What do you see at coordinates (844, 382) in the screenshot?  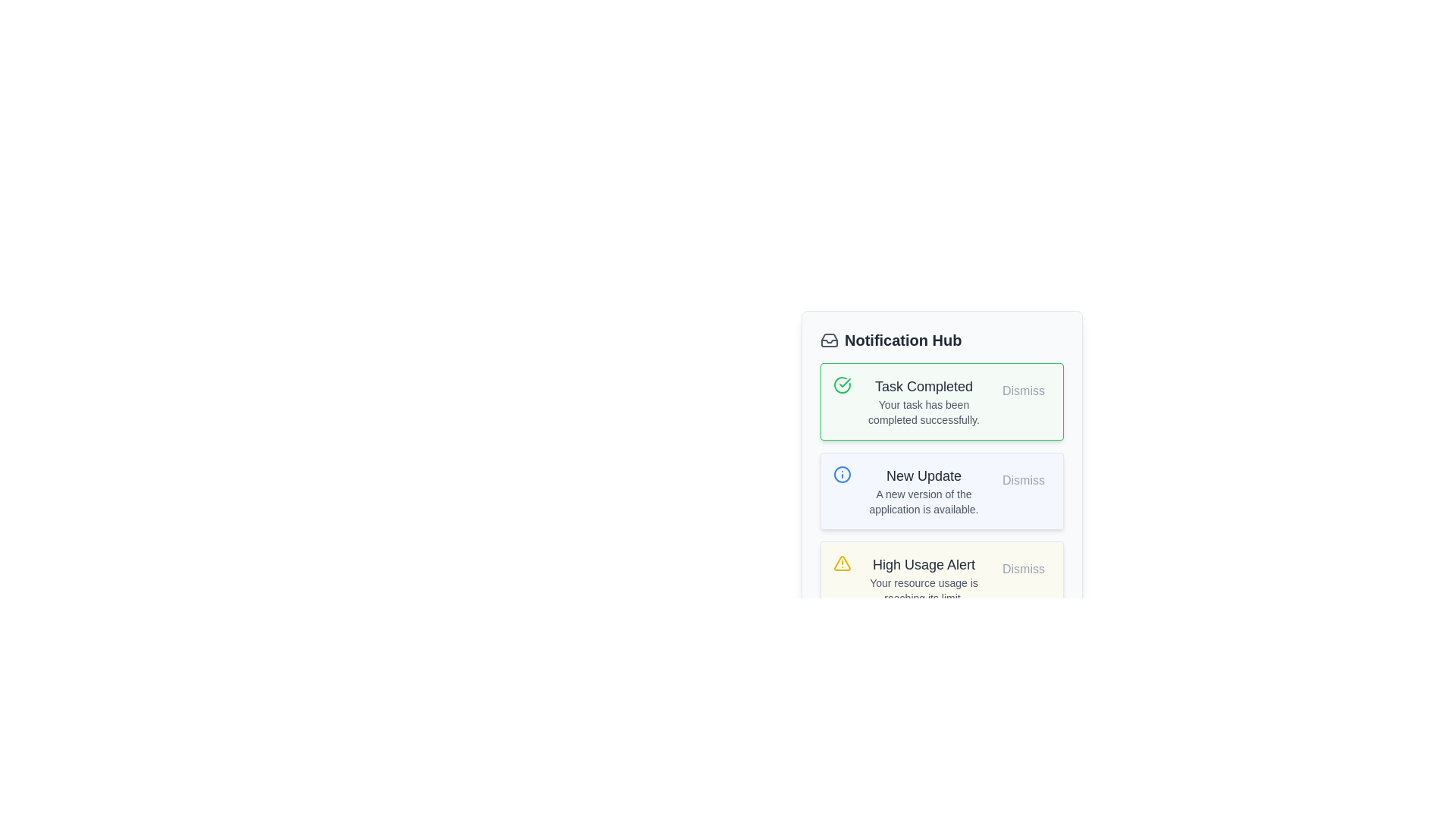 I see `the green checkmark icon representing successful completion, located within the notification item titled 'Task Completed'` at bounding box center [844, 382].